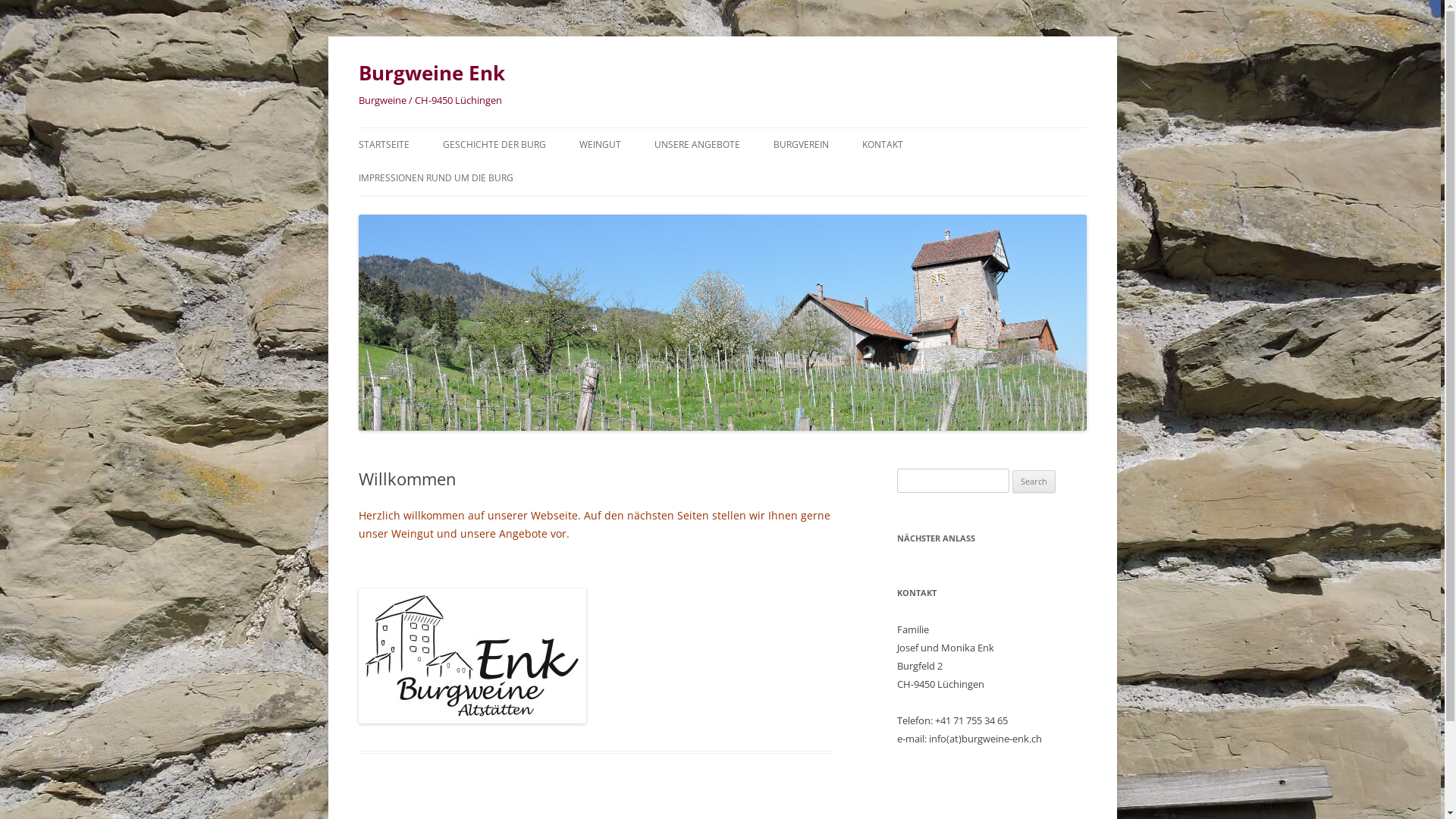  Describe the element at coordinates (1033, 482) in the screenshot. I see `'Search'` at that location.